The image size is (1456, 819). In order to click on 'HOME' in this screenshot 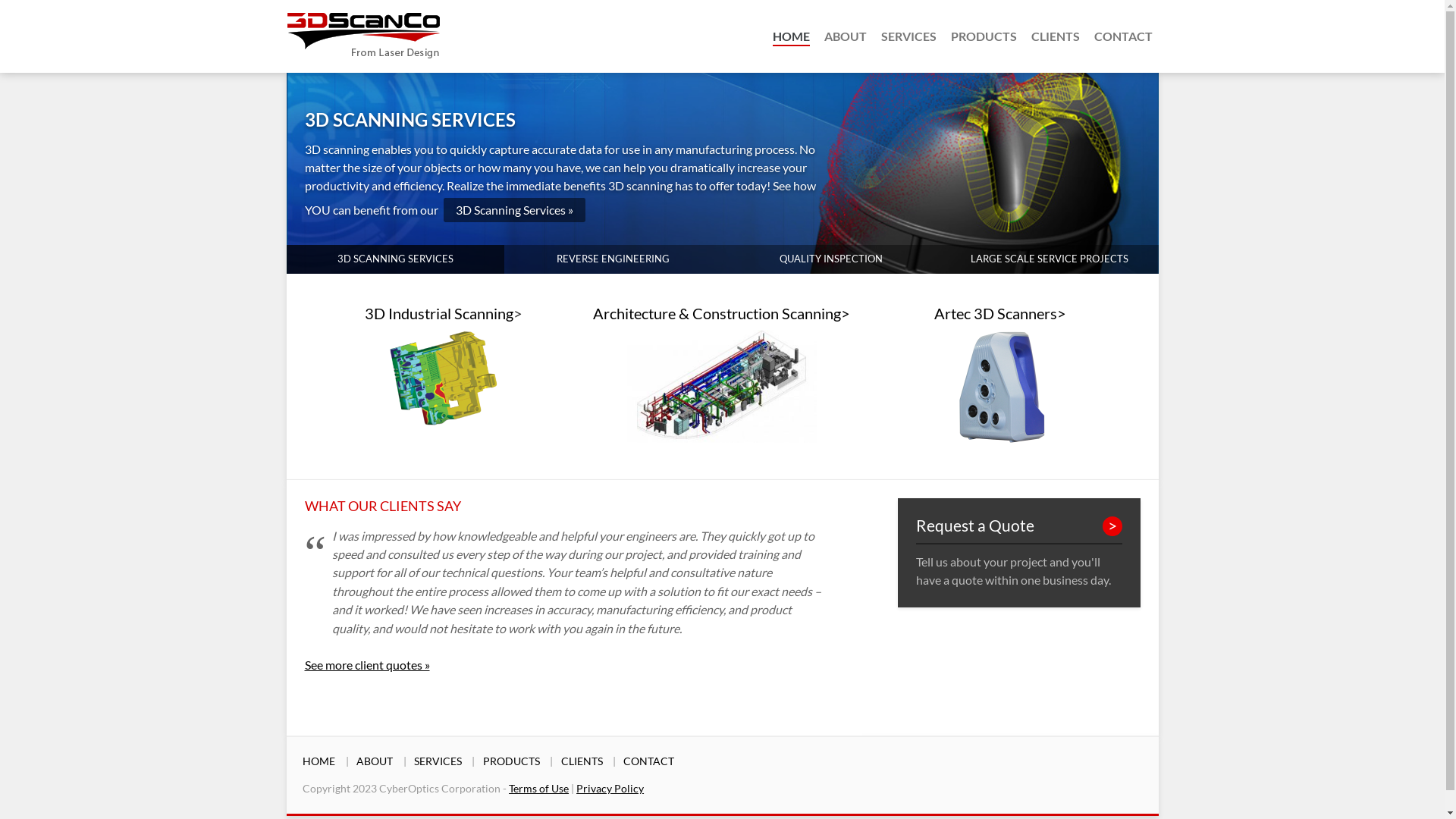, I will do `click(318, 761)`.